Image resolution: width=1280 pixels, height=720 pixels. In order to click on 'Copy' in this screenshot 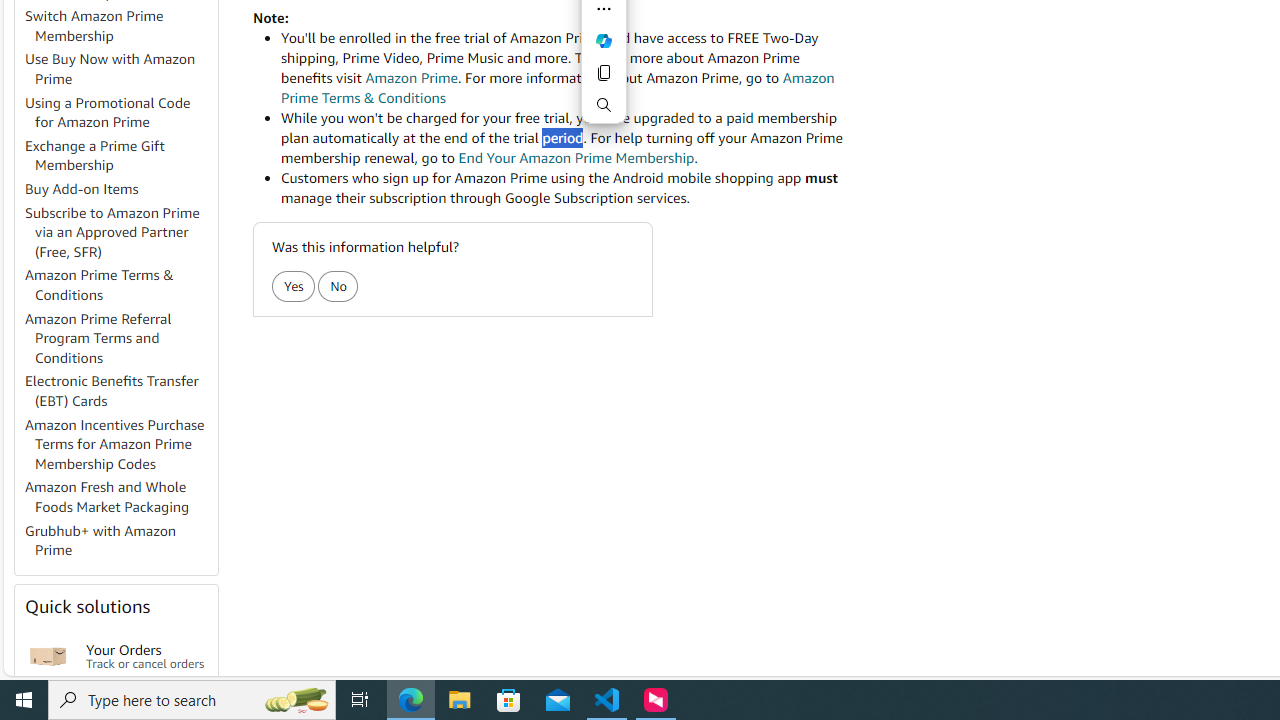, I will do `click(603, 72)`.